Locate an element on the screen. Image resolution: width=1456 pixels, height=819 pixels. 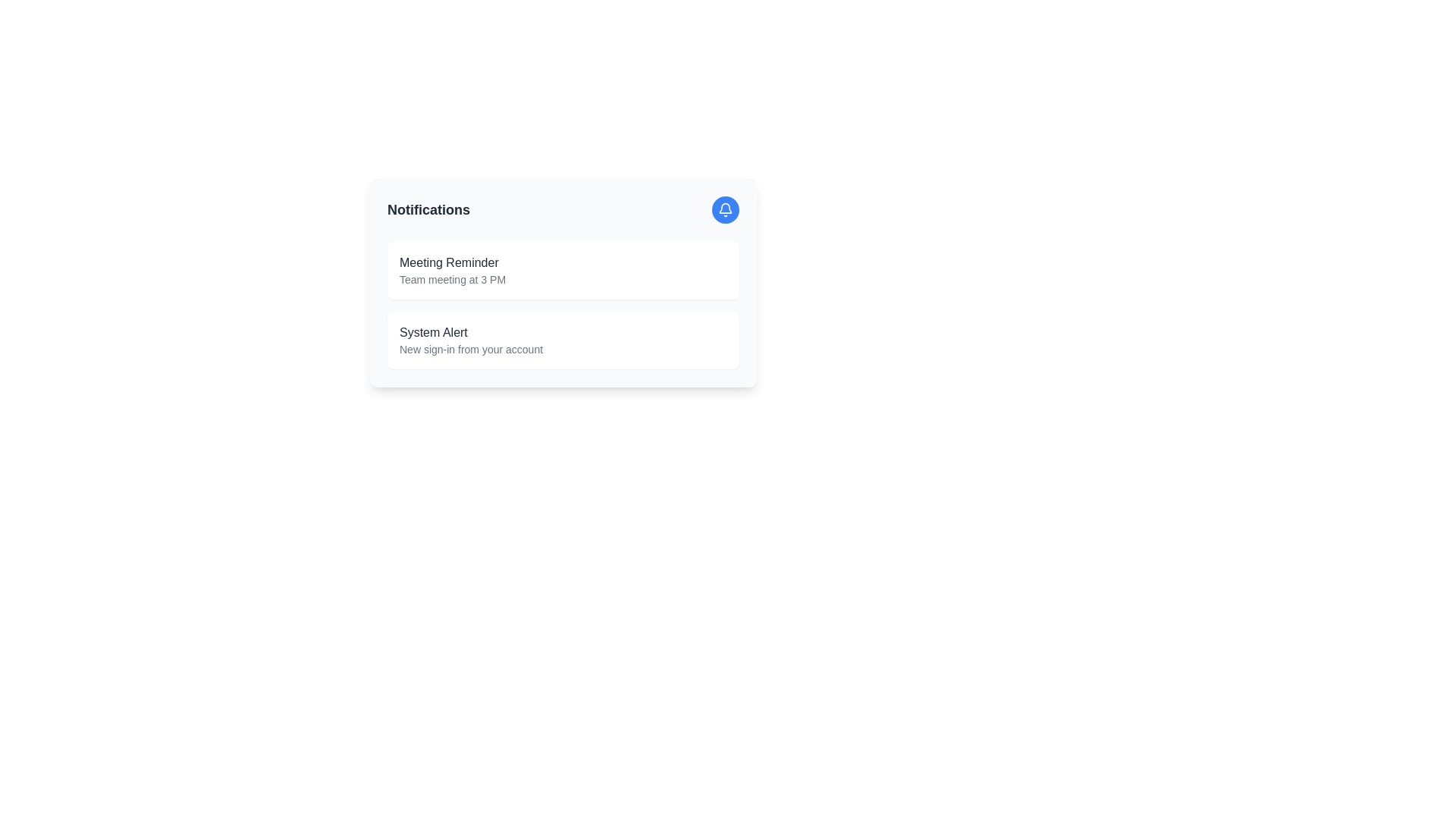
the bell-shaped notification icon, which is white on a circular blue background, located at the top-right corner of the notification summary interface is located at coordinates (724, 210).